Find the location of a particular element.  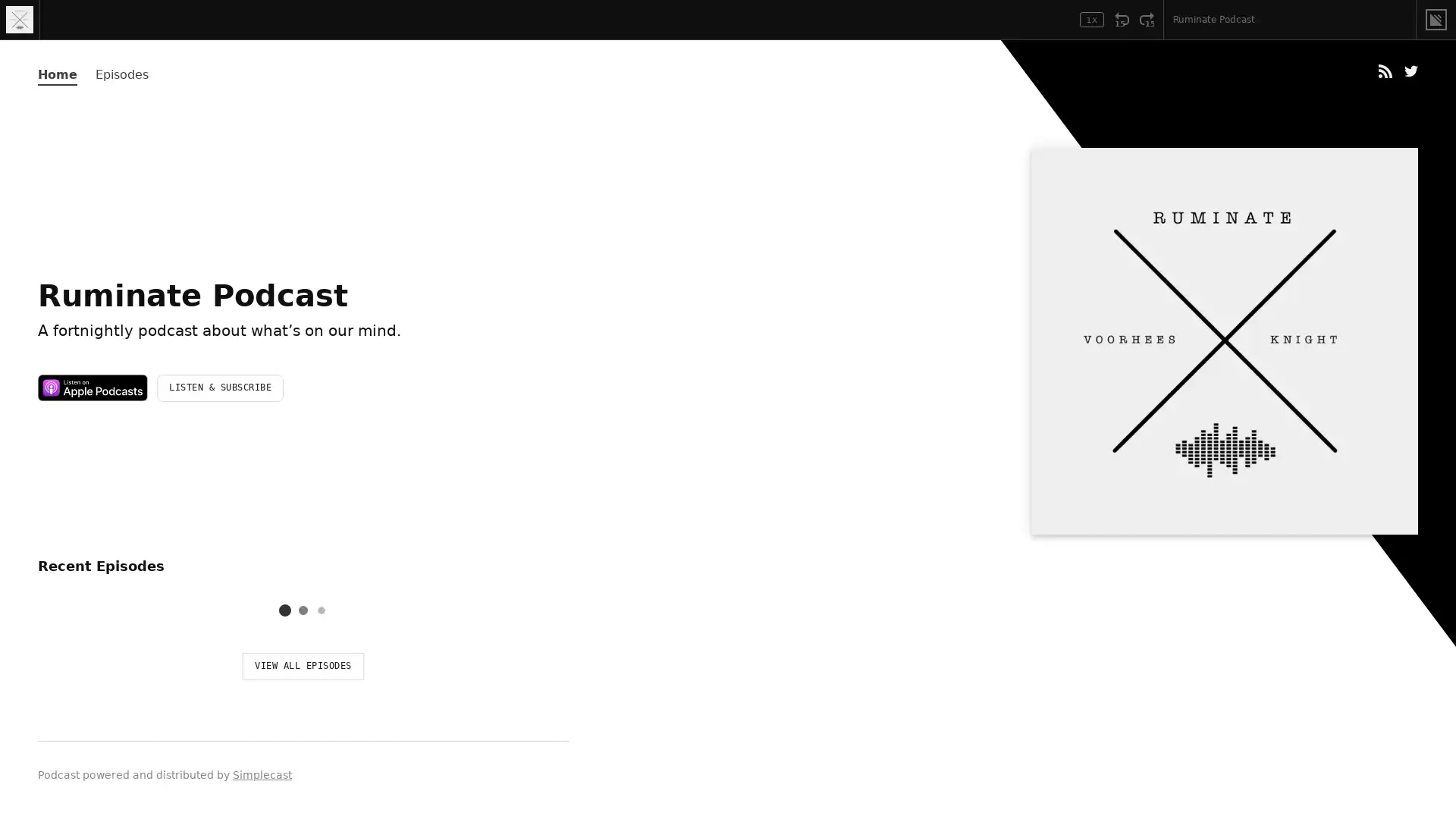

Rewind 15 Seconds is located at coordinates (1122, 20).